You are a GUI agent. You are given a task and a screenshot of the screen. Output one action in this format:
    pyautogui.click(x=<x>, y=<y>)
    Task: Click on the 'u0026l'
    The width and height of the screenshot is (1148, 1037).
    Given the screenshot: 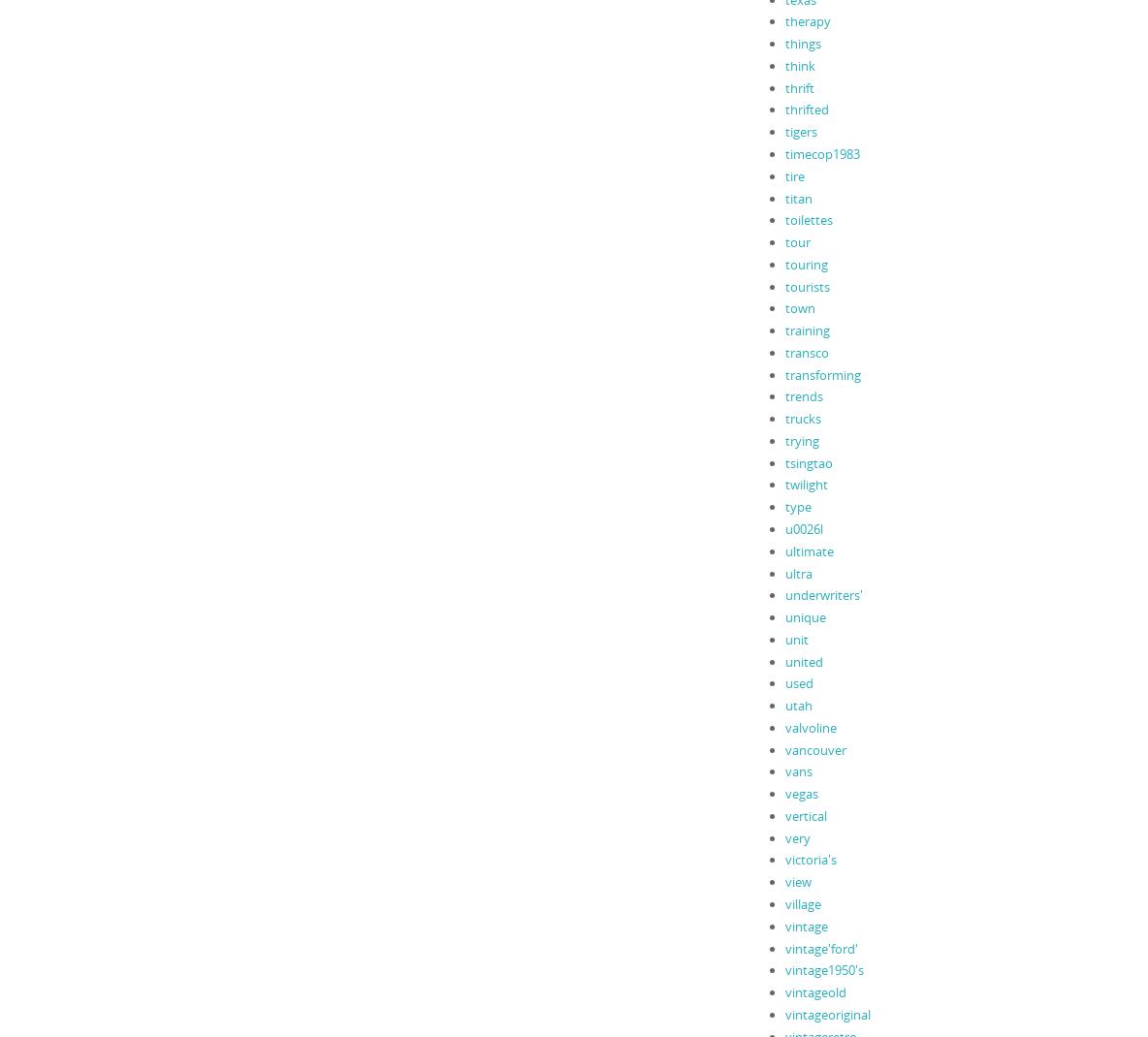 What is the action you would take?
    pyautogui.click(x=803, y=526)
    